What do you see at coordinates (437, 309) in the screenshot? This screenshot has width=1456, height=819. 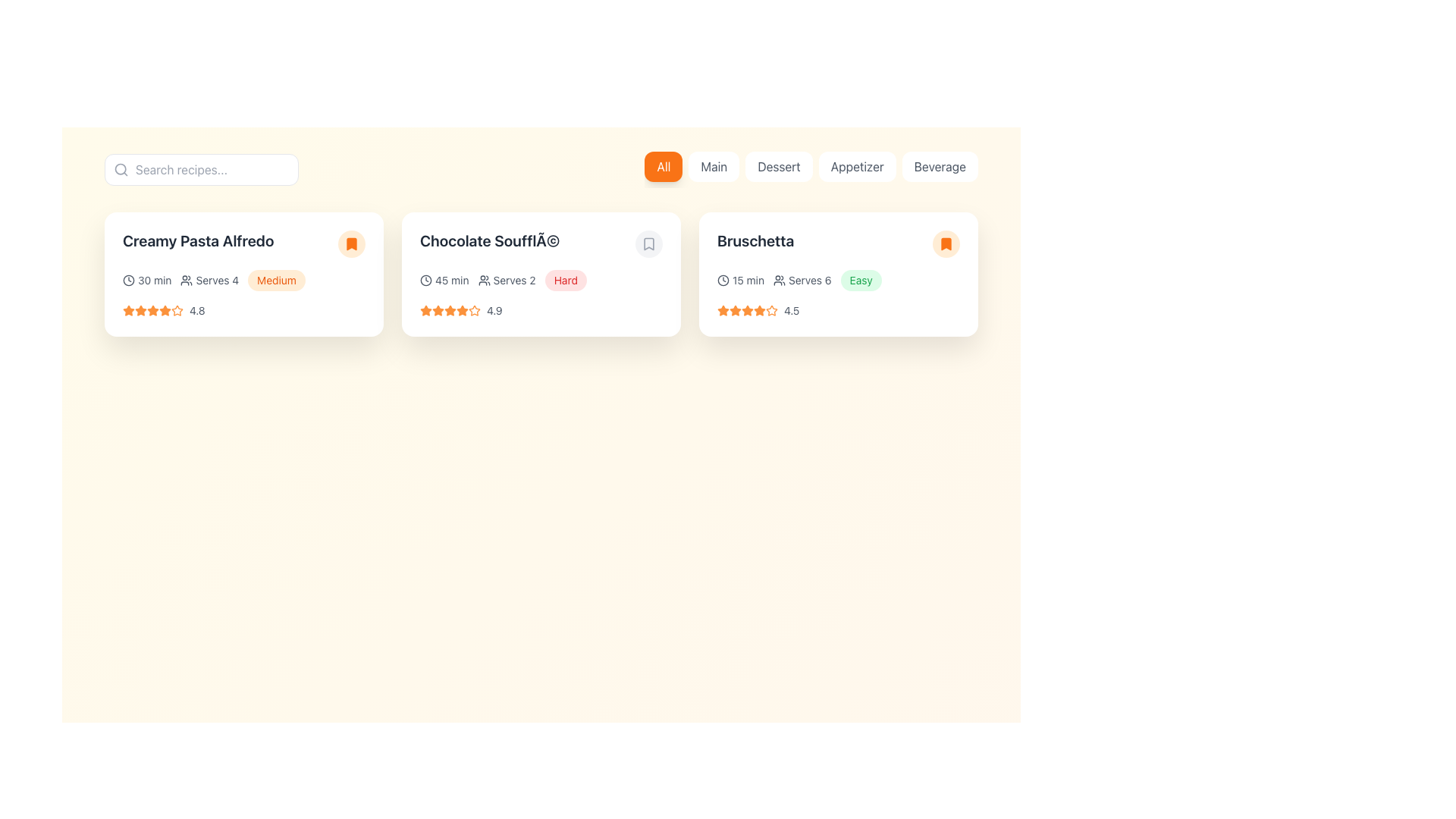 I see `the orange filled star icon, which is the third star in the horizontal rating bar under the 'Chocolate Soufflé' recipe card, indicating a rating of 4.9` at bounding box center [437, 309].